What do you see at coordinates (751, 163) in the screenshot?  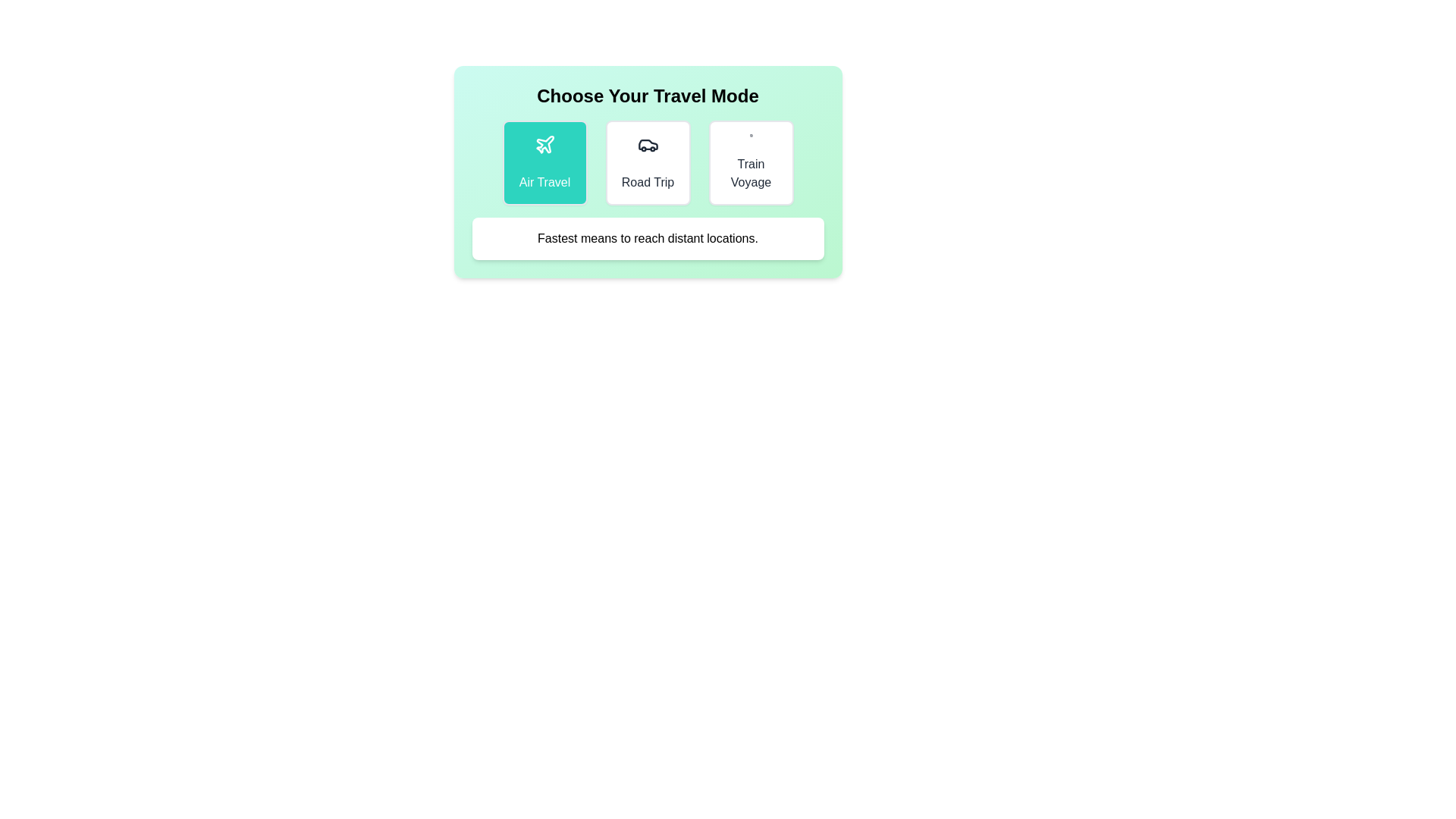 I see `the travel mode Train Voyage to observe the visual styling changes` at bounding box center [751, 163].